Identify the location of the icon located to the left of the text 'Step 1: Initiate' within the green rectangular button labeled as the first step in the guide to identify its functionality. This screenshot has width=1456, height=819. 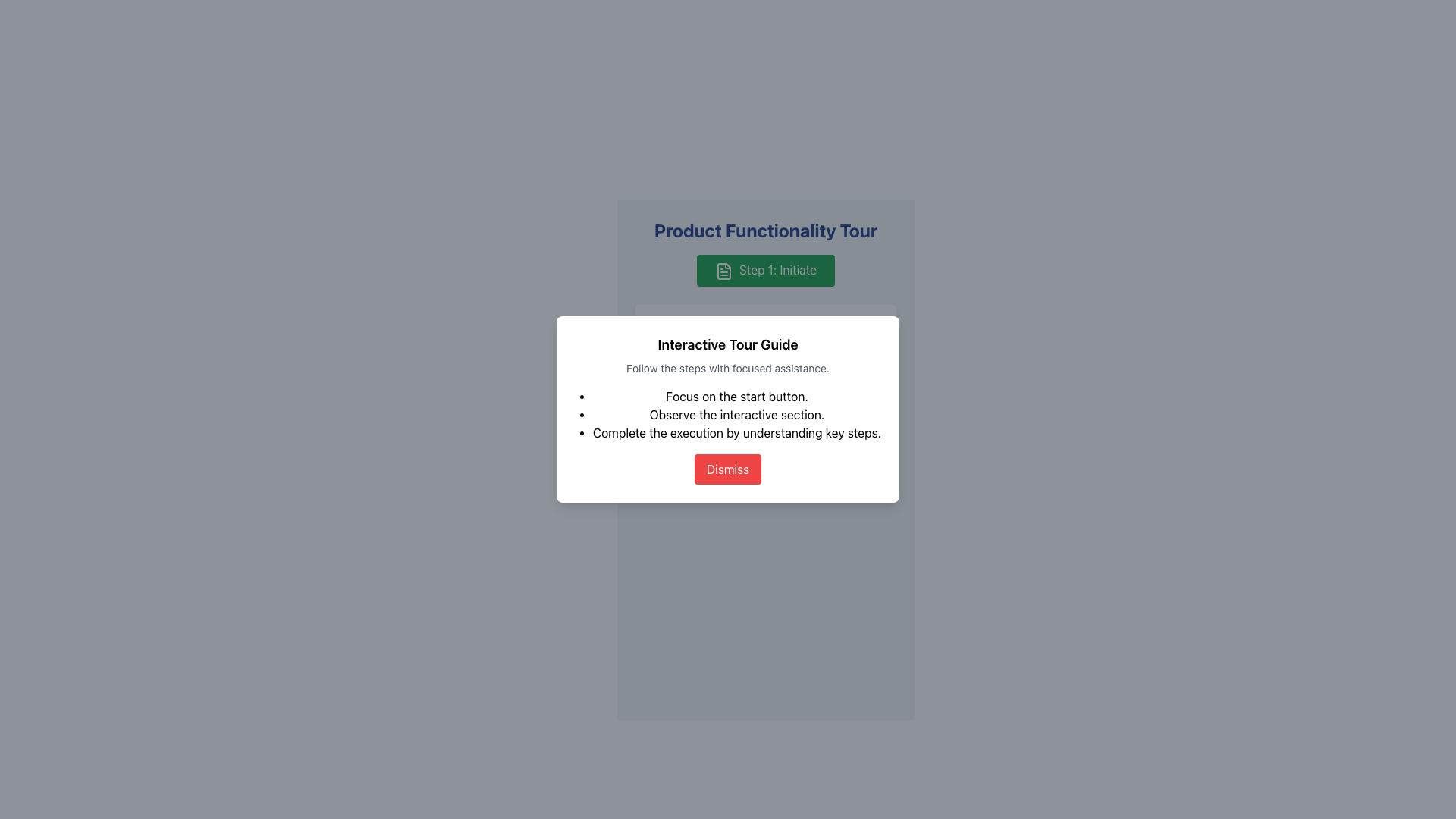
(723, 270).